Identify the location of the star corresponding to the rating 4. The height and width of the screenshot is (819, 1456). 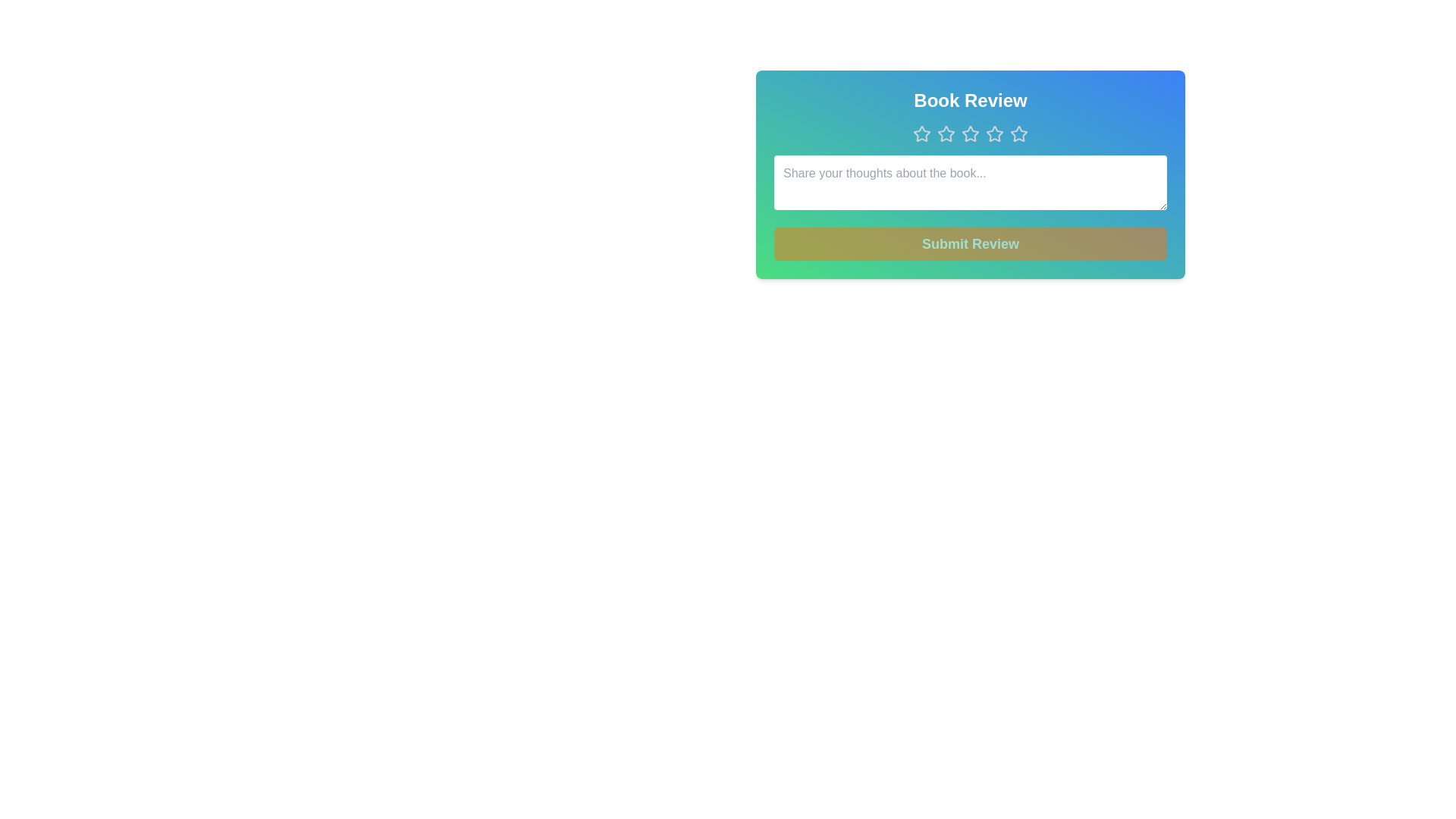
(994, 133).